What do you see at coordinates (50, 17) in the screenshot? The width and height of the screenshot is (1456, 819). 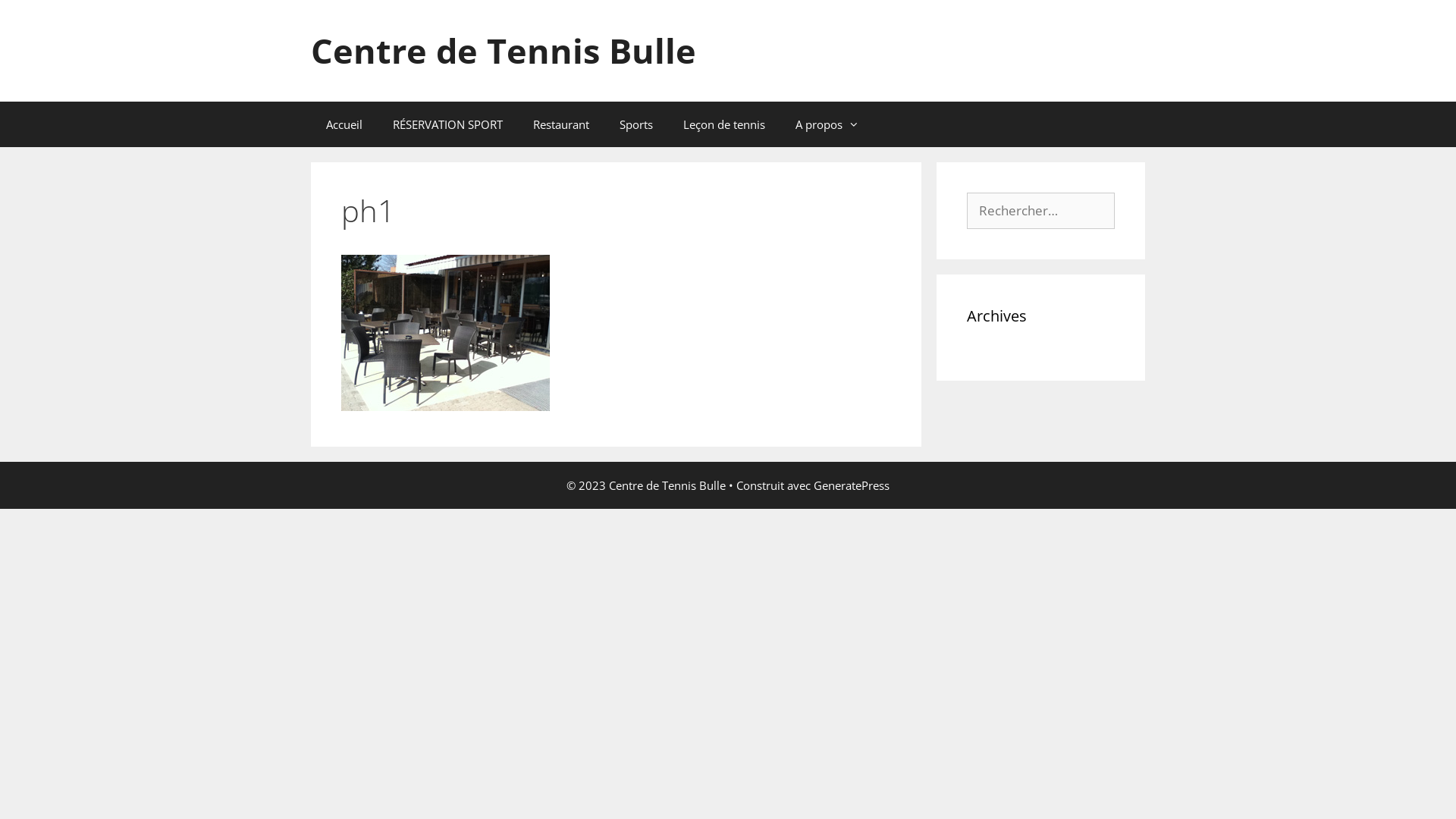 I see `'Rechercher'` at bounding box center [50, 17].